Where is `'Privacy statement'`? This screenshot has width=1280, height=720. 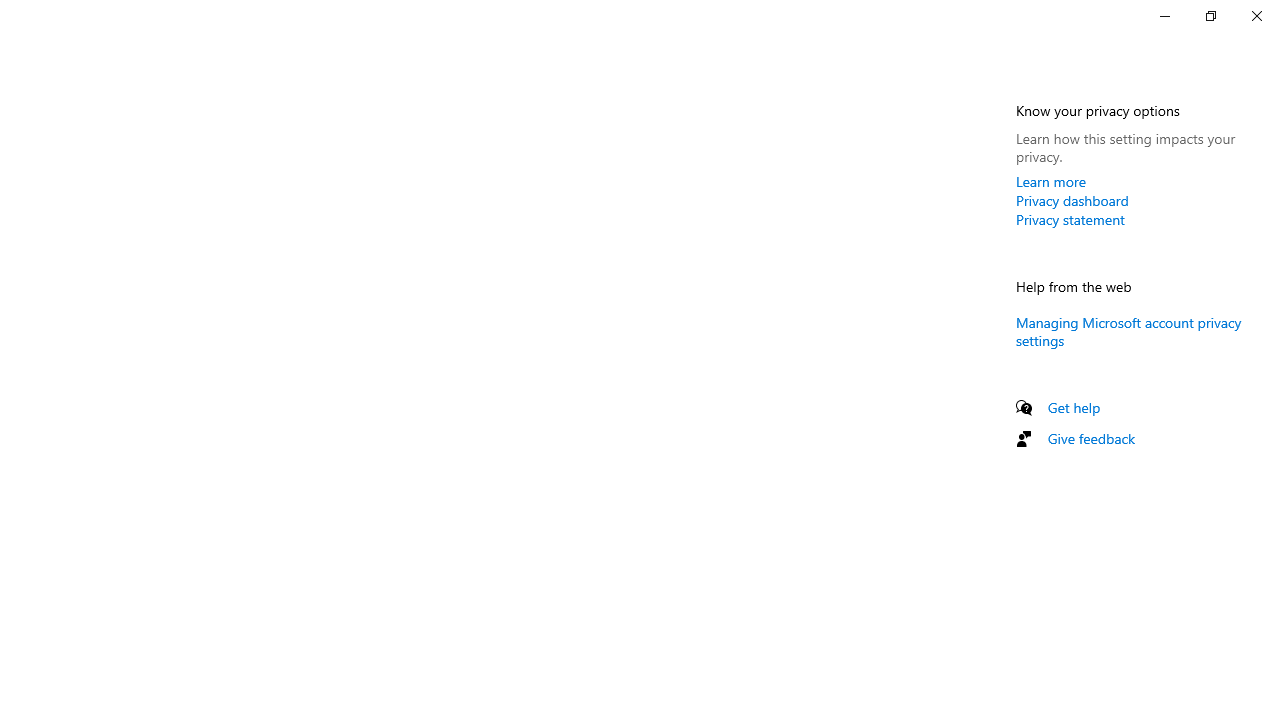
'Privacy statement' is located at coordinates (1069, 219).